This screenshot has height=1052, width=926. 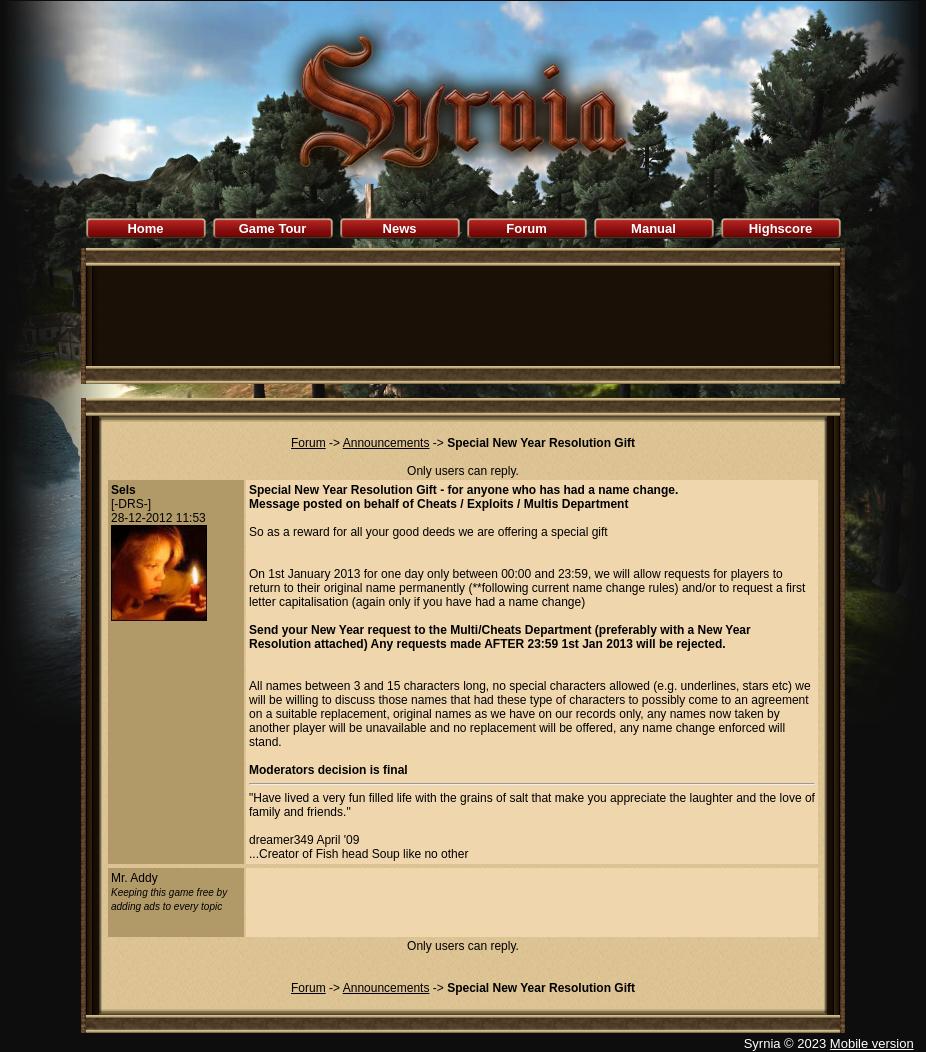 I want to click on 'Moderators decision is final', so click(x=327, y=768).